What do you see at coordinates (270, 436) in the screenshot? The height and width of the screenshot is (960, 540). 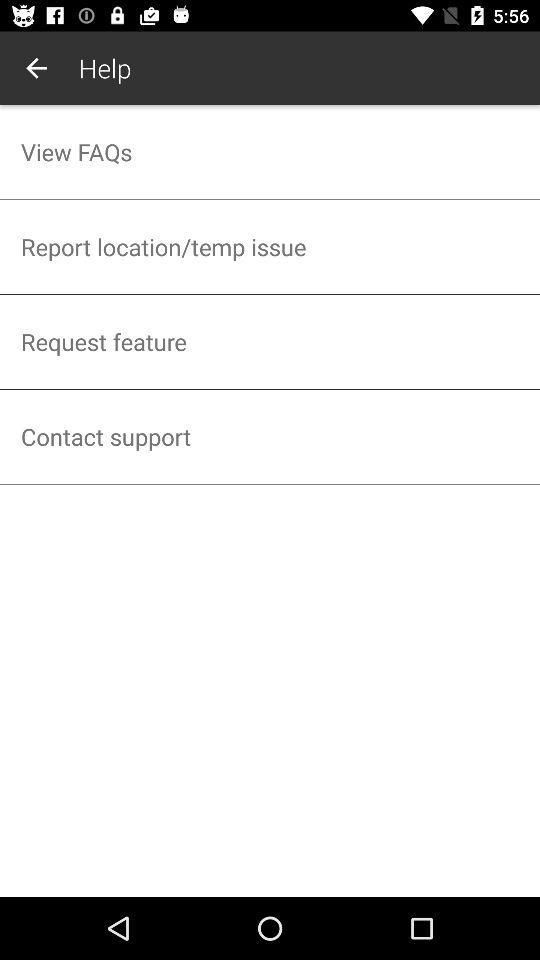 I see `contact support` at bounding box center [270, 436].